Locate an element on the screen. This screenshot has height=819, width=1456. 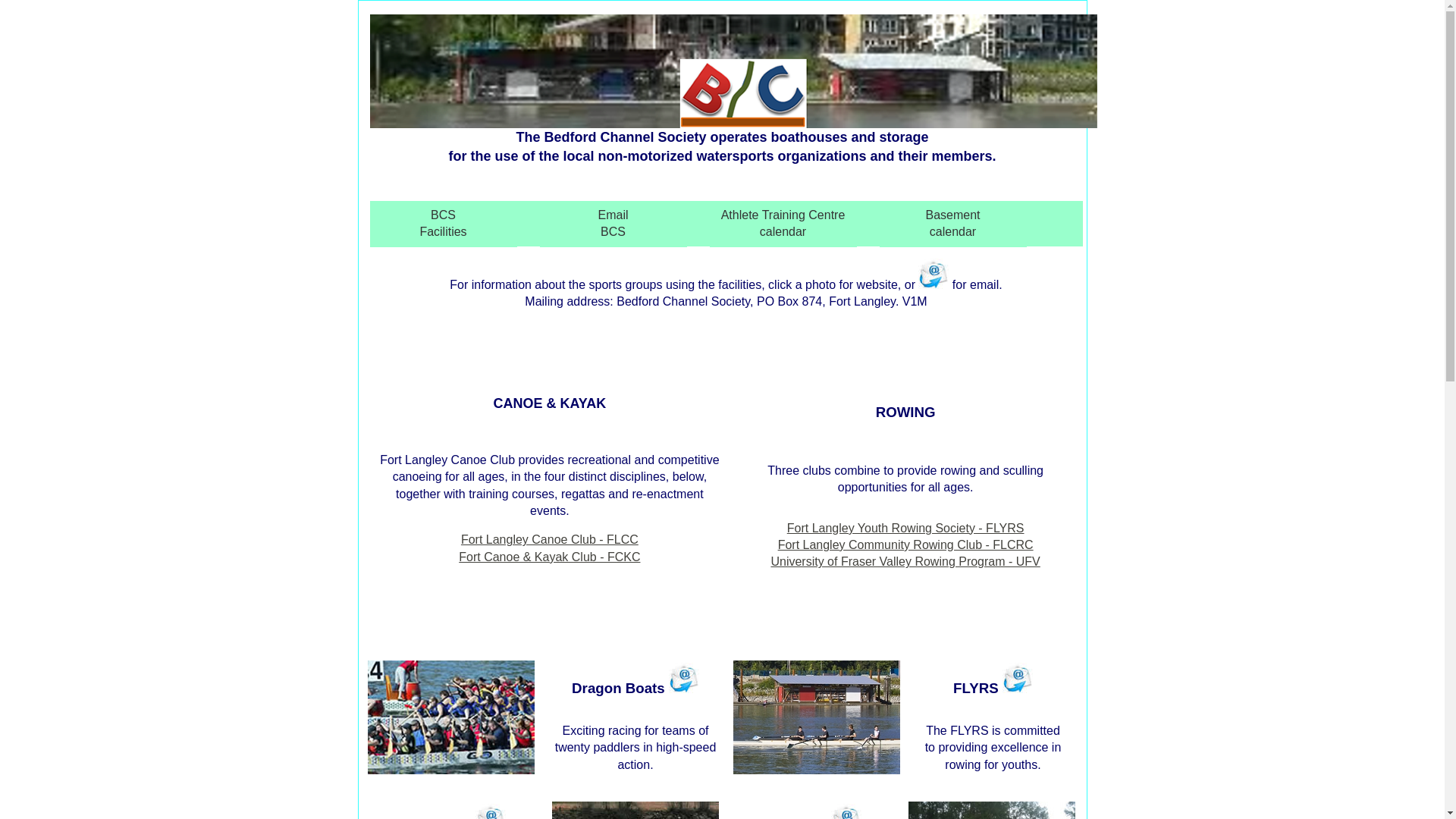
'Athlete Training Centre calendar' is located at coordinates (783, 224).